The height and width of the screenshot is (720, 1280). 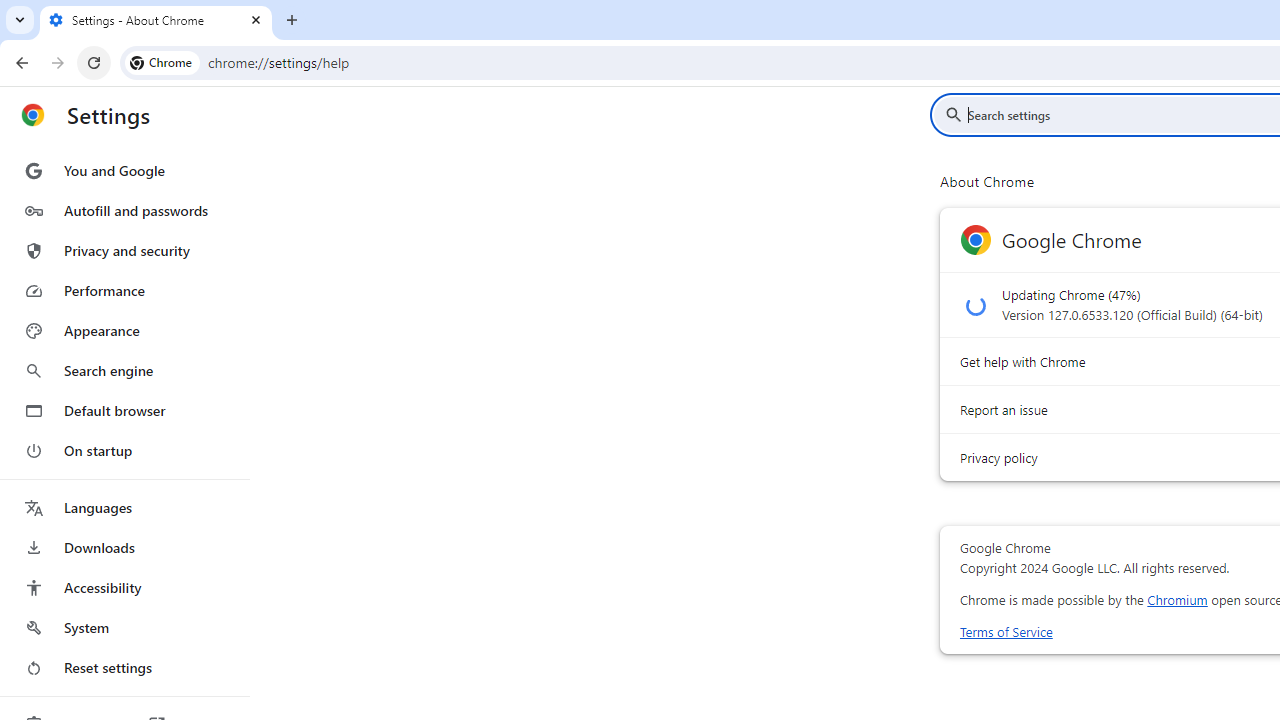 I want to click on 'Autofill and passwords', so click(x=123, y=210).